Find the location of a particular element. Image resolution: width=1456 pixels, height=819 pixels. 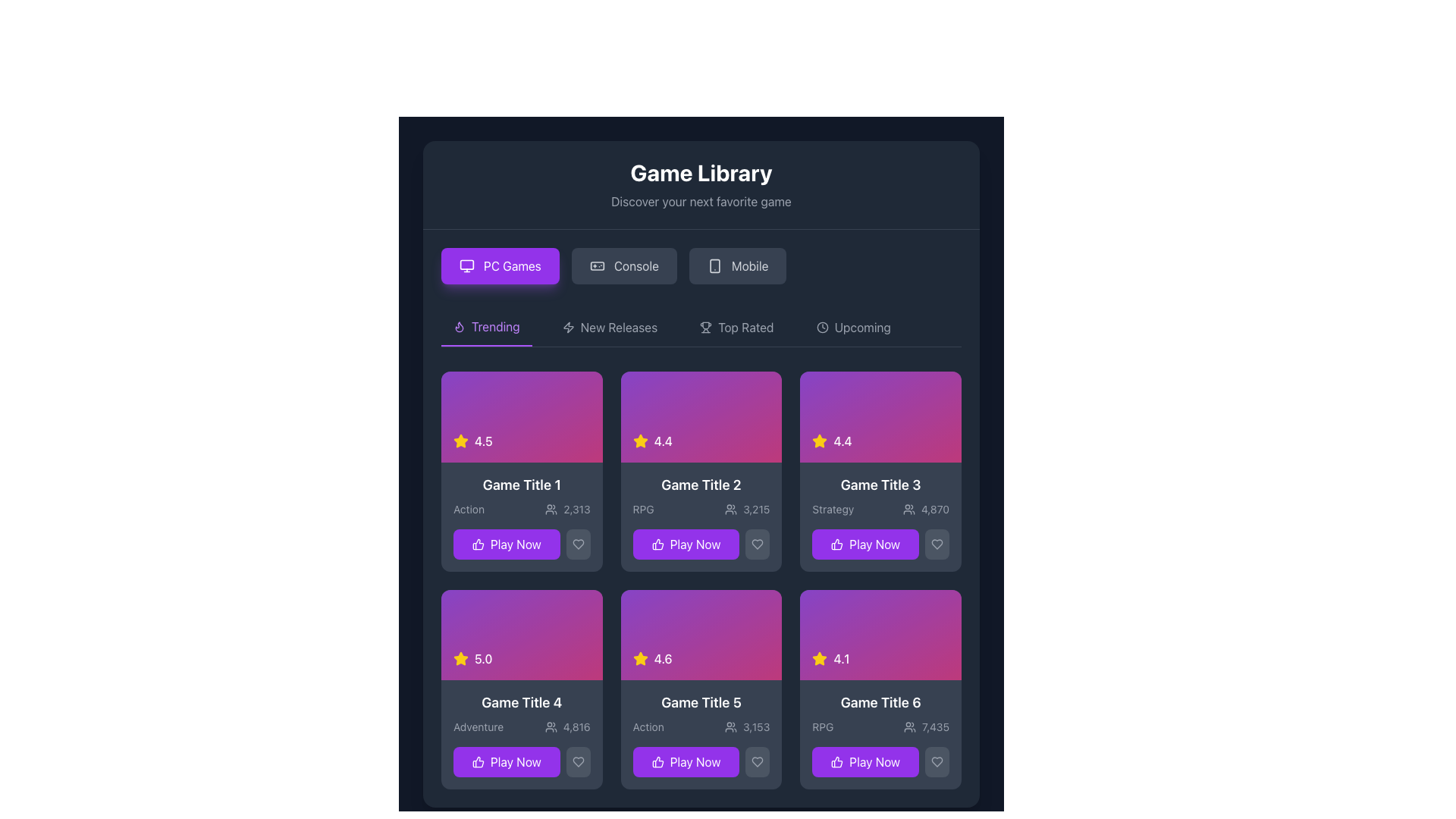

the 'Play Now' button with a purple background and white text, located below the game information for 'Game Title 3' in the Trending tab is located at coordinates (880, 543).